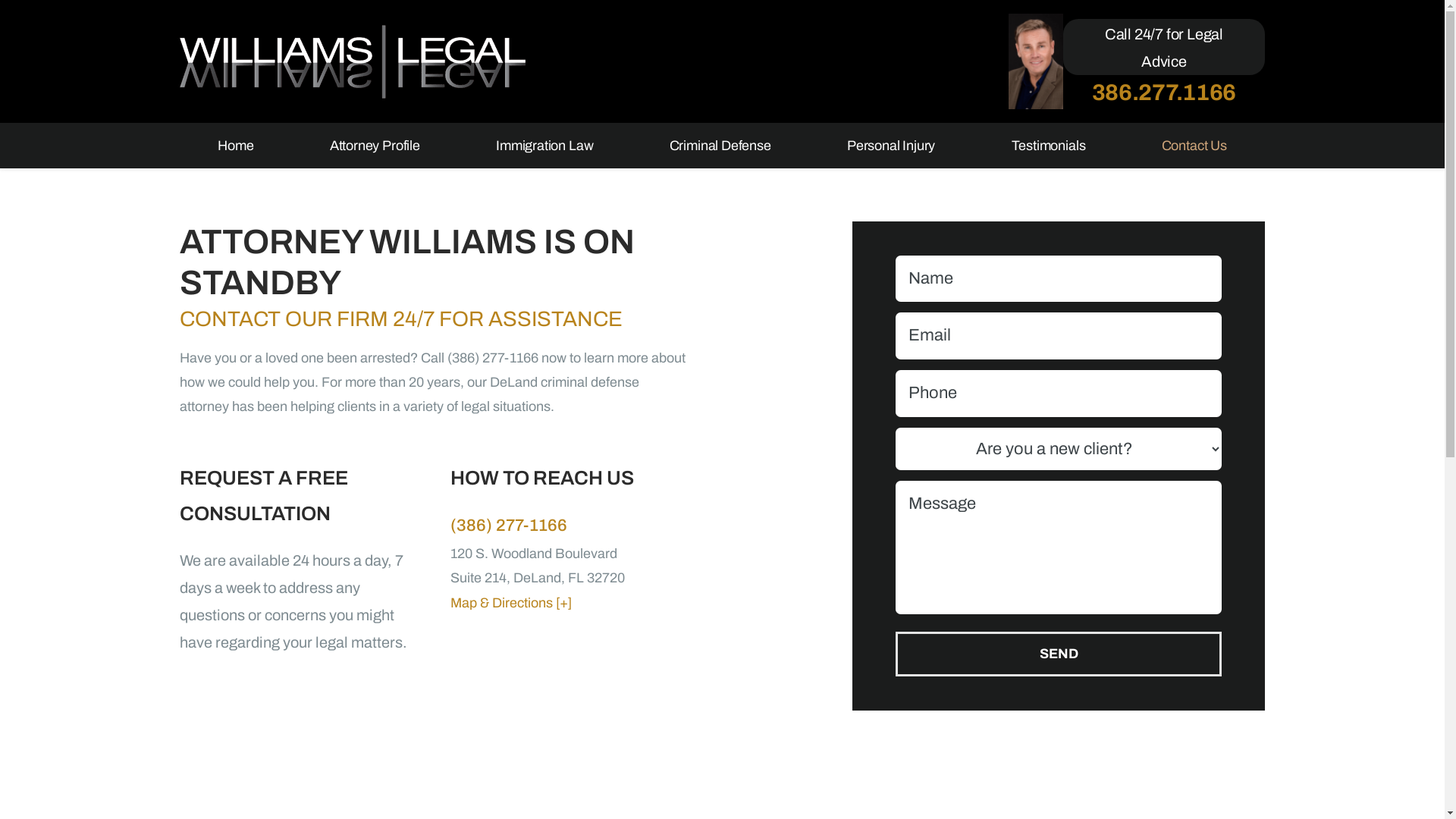 The image size is (1456, 819). Describe the element at coordinates (1193, 146) in the screenshot. I see `'Contact Us'` at that location.